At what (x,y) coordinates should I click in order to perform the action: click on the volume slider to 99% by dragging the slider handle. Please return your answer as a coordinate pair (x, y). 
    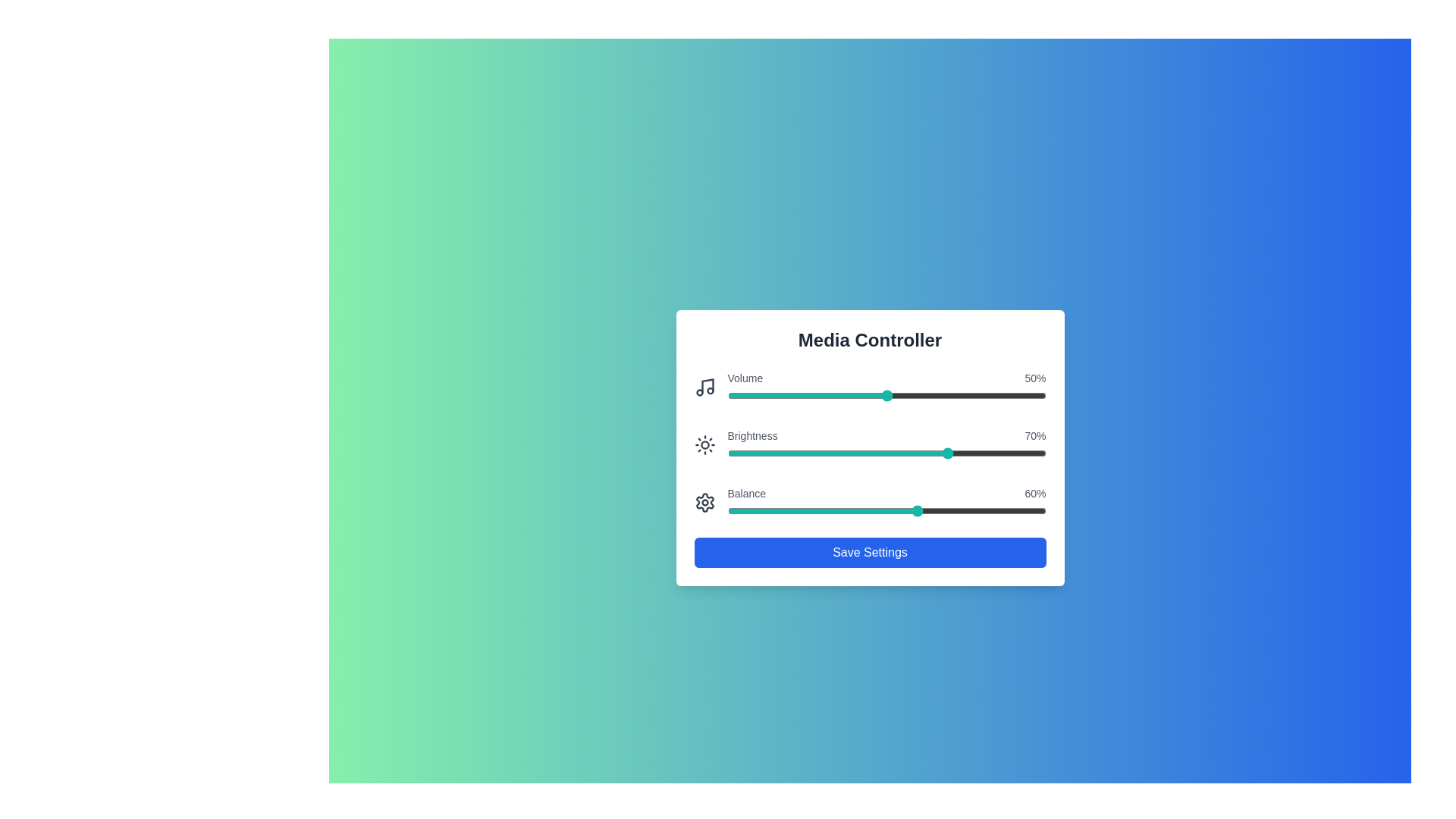
    Looking at the image, I should click on (1042, 394).